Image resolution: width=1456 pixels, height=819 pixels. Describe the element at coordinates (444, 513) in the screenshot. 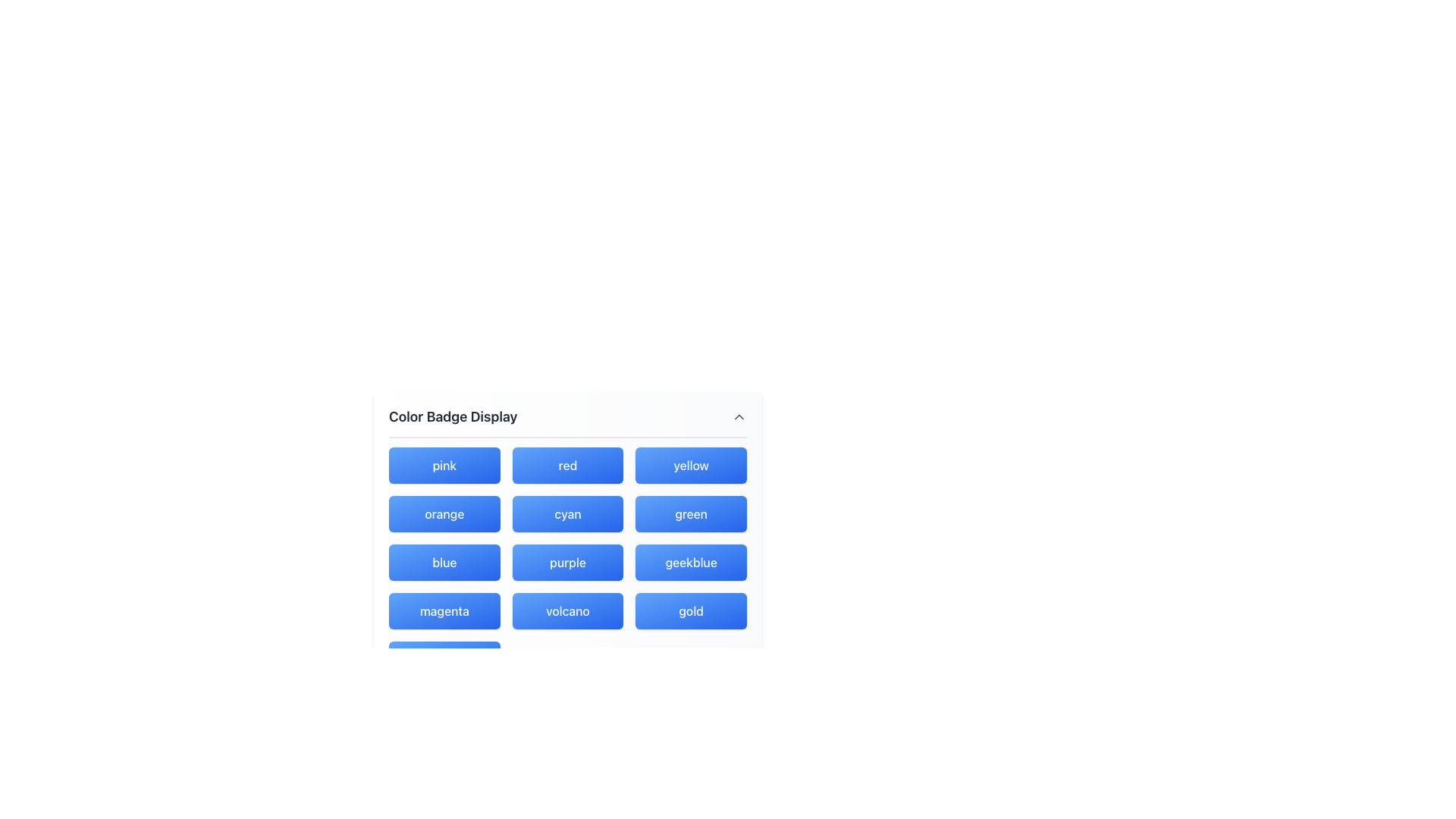

I see `text 'orange' from the display button labeled 'orange', which is located in the second row and first column of a grid layout` at that location.